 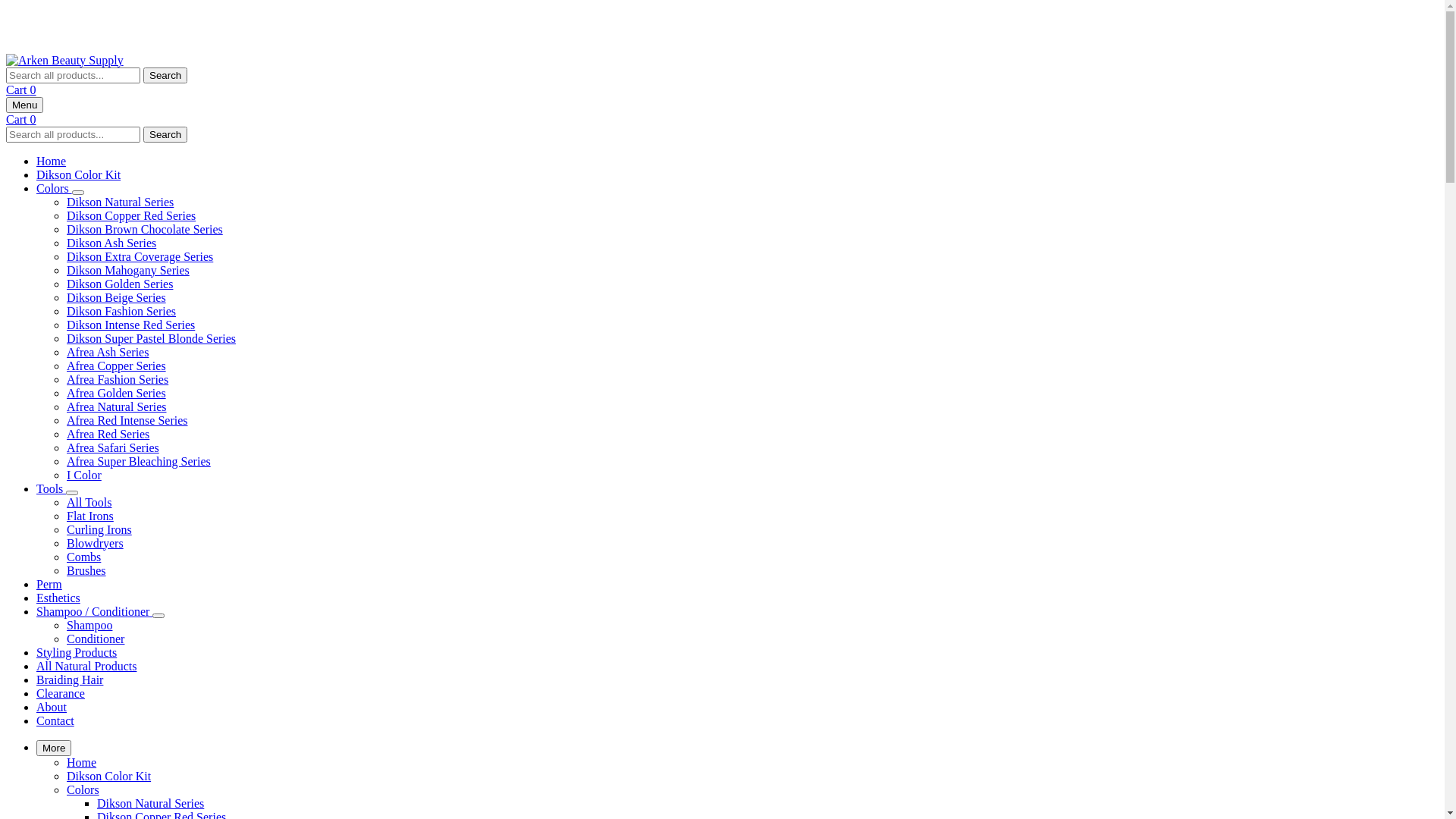 I want to click on 'More', so click(x=54, y=747).